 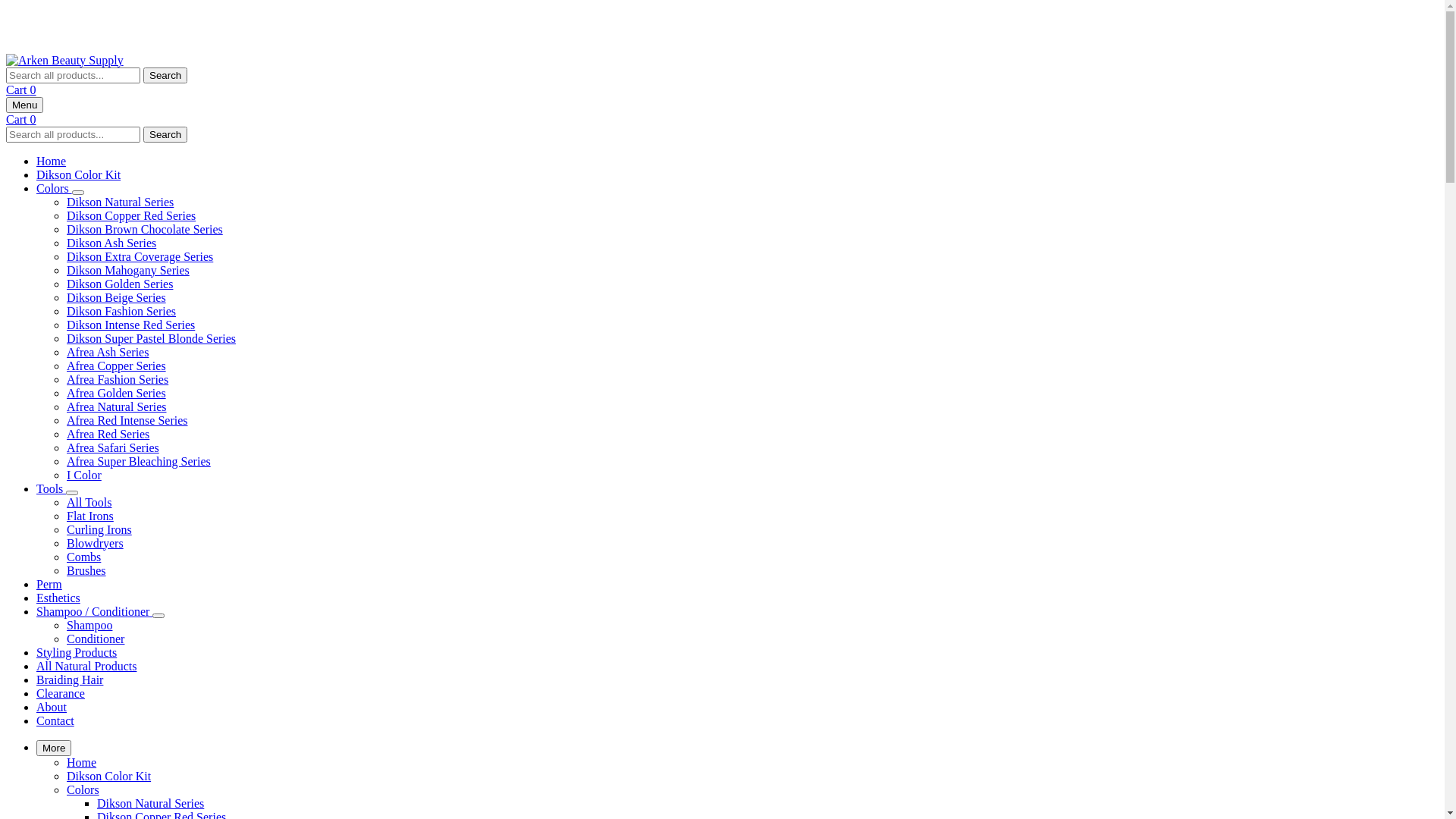 I want to click on 'More', so click(x=54, y=747).